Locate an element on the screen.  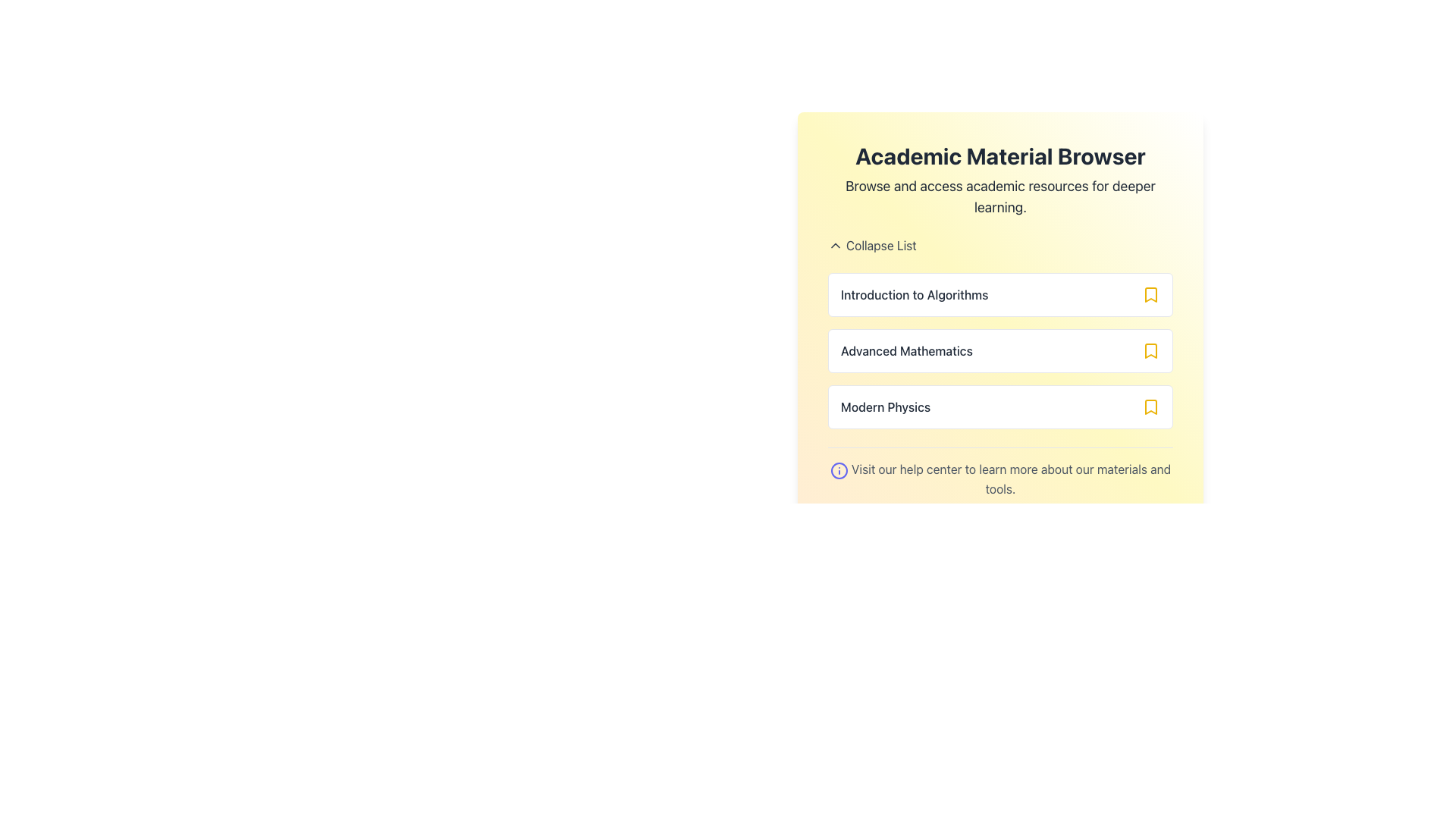
the 'Advanced Mathematics' text label, which is the second entry in a vertical list of academic subjects within a card-like interface is located at coordinates (906, 350).